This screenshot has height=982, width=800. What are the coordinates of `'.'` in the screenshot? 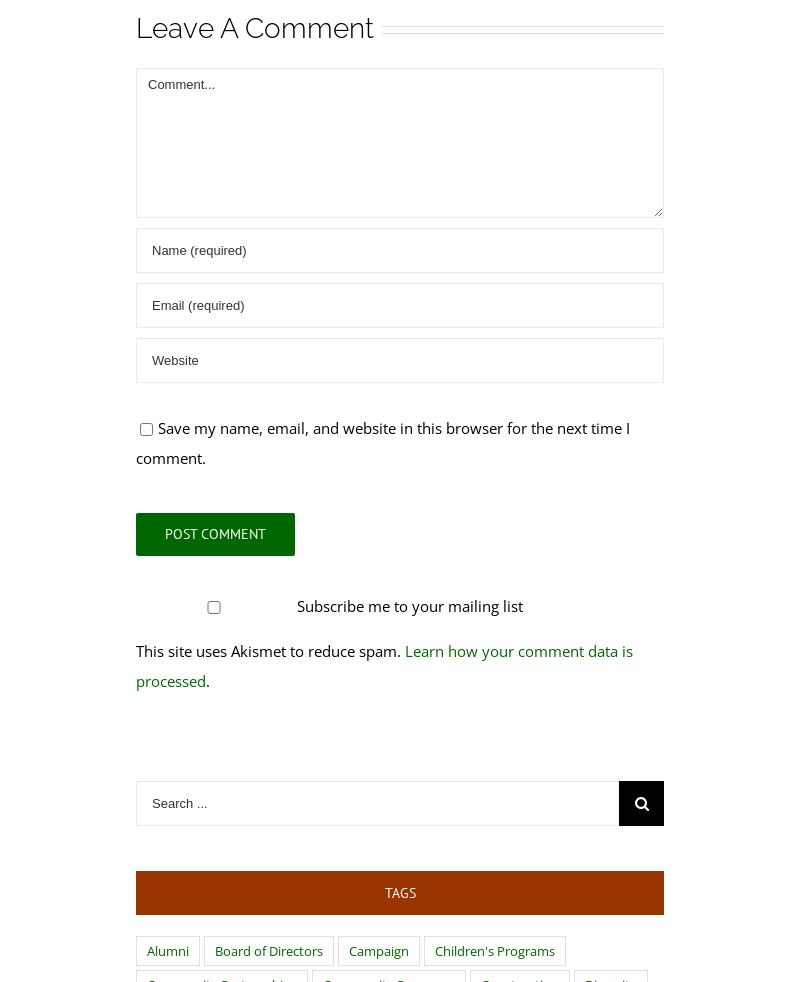 It's located at (208, 679).